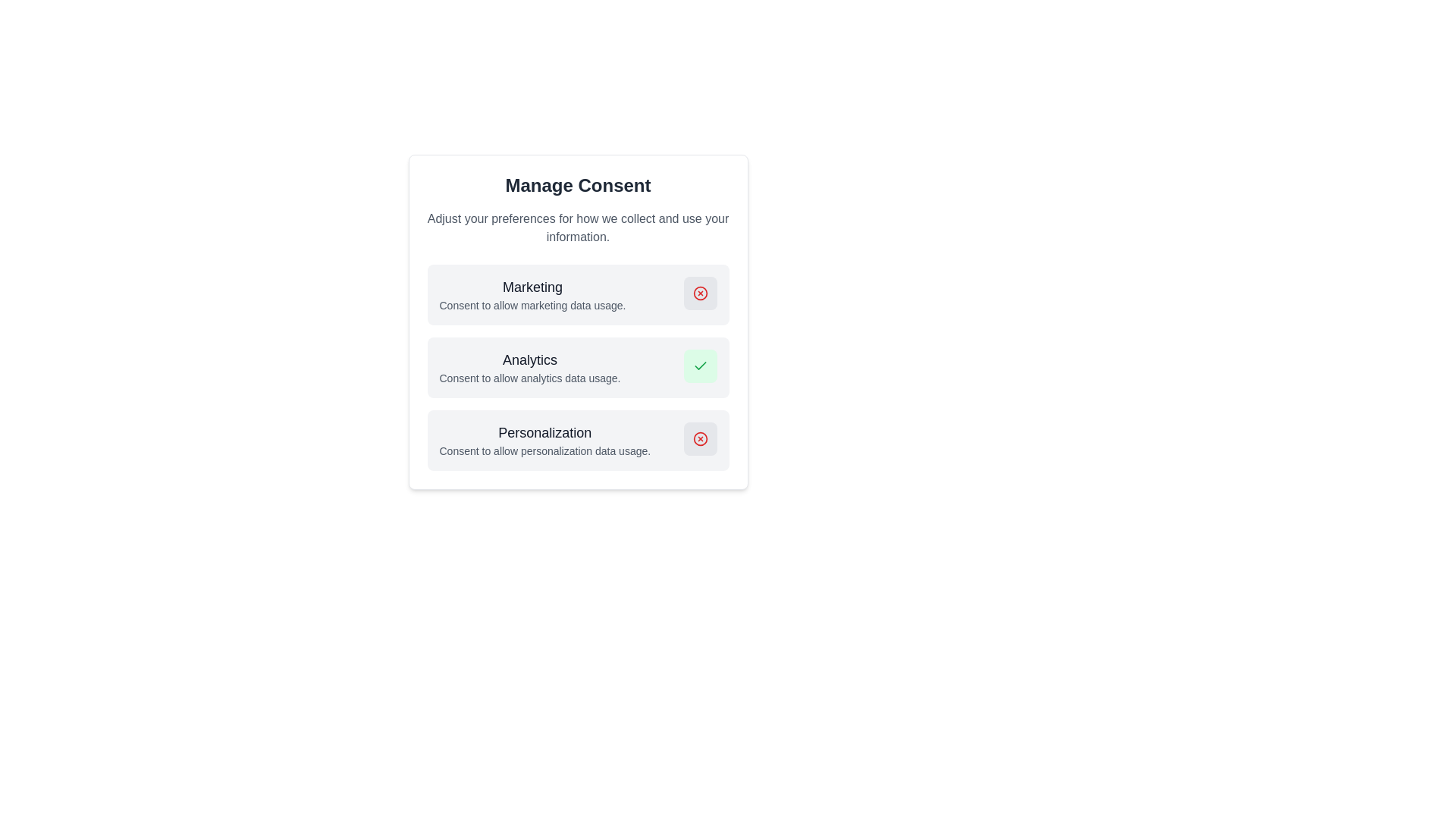 This screenshot has height=819, width=1456. Describe the element at coordinates (529, 359) in the screenshot. I see `the text label 'Analytics' which is styled with a larger font size, bold style, and dark gray color, located under the title 'Manage Consent' in the consent settings dialog` at that location.